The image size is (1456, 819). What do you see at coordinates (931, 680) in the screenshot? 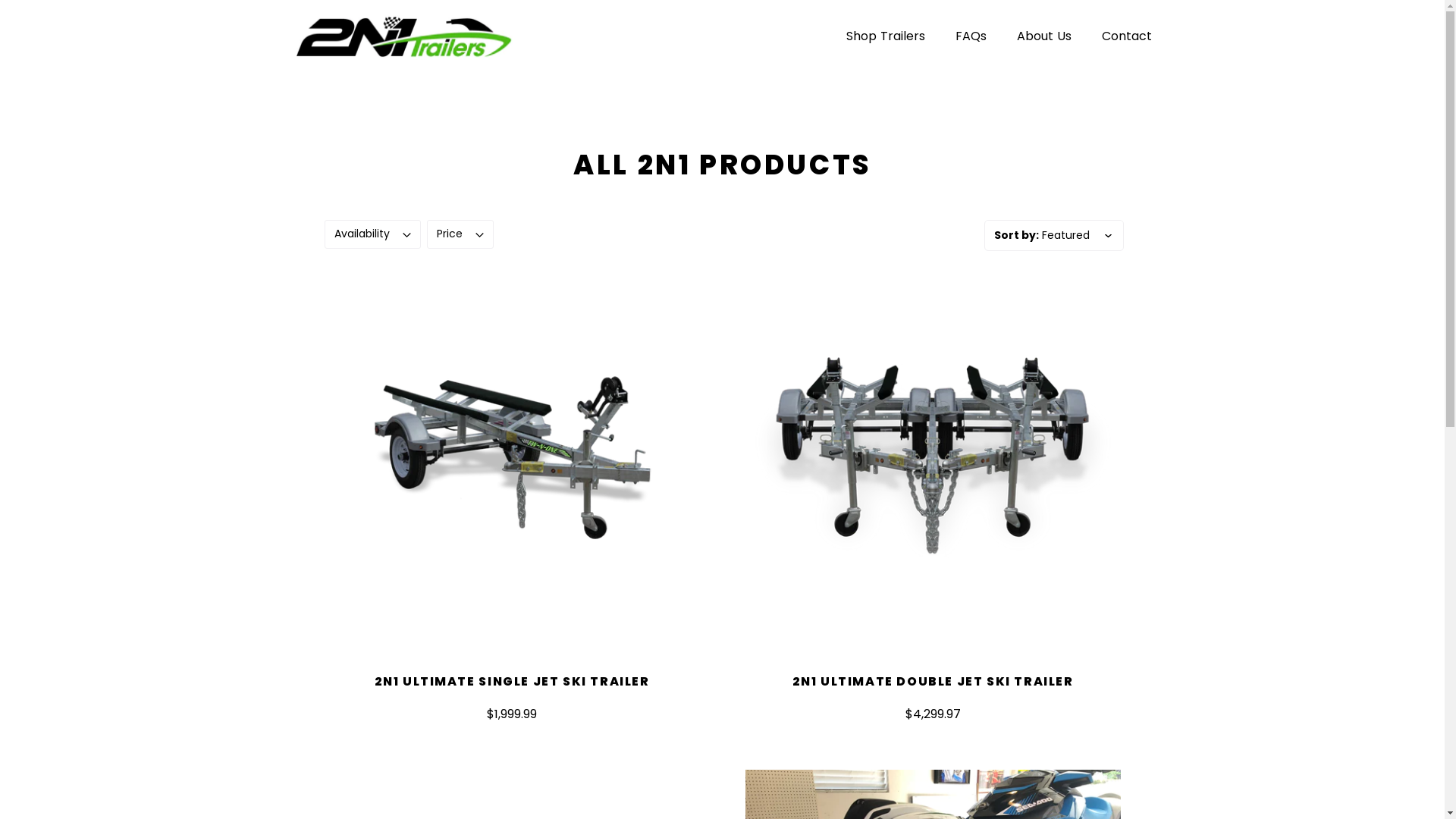
I see `'2N1 ULTIMATE DOUBLE JET SKI TRAILER'` at bounding box center [931, 680].